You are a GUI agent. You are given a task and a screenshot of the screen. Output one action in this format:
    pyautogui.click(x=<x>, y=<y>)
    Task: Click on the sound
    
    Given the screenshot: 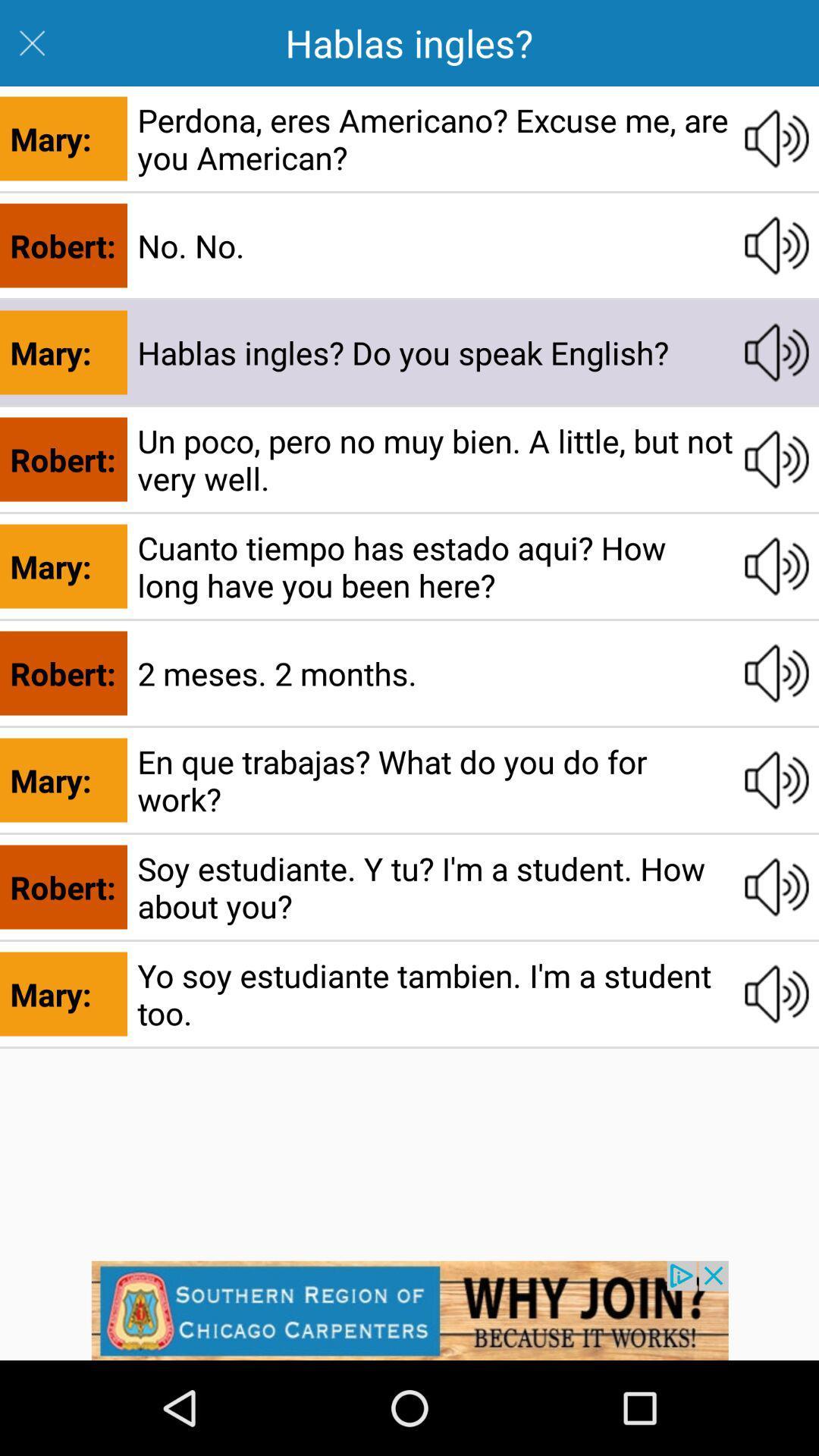 What is the action you would take?
    pyautogui.click(x=777, y=993)
    